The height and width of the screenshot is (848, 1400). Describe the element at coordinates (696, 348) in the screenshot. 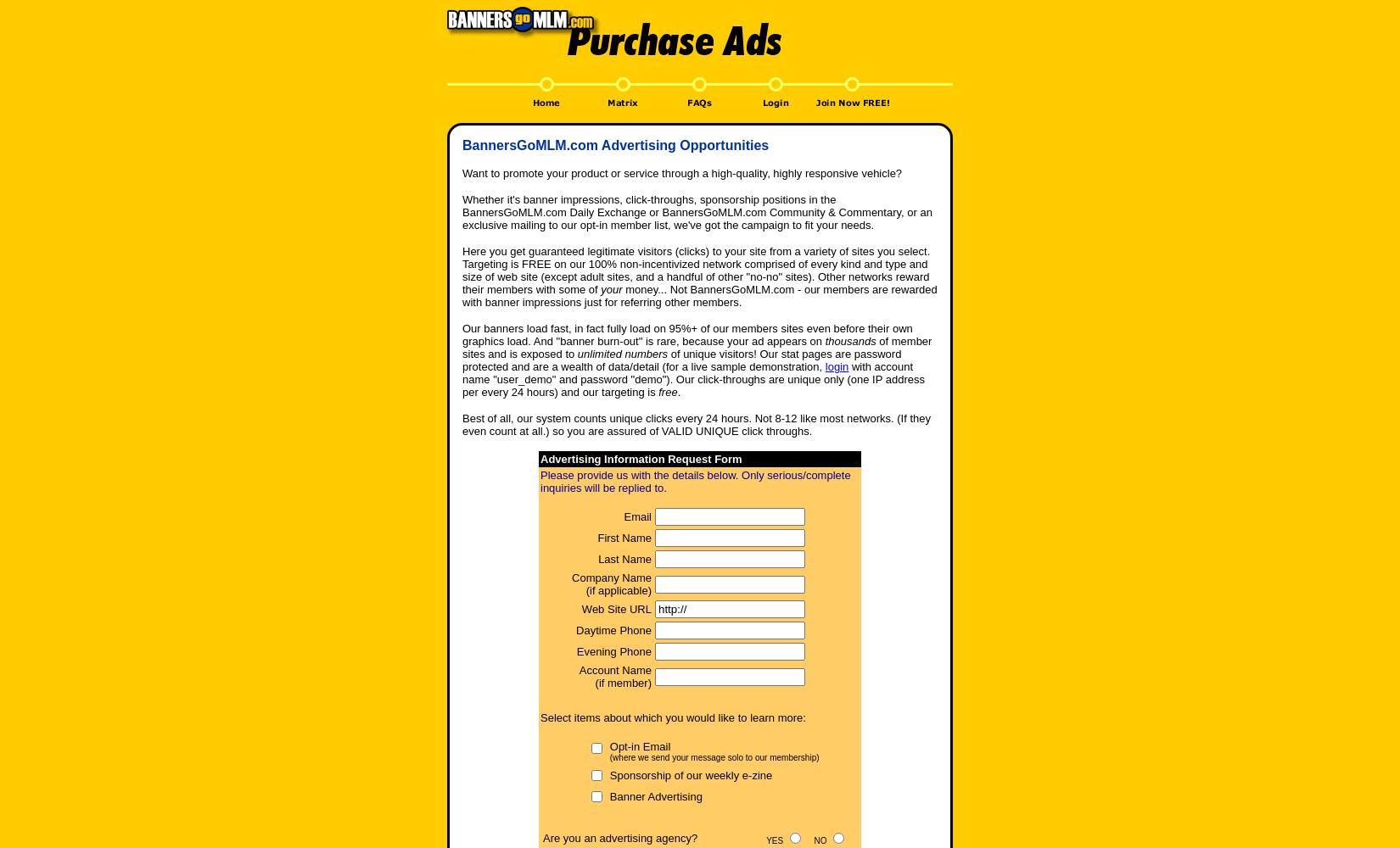

I see `'of member sites and is exposed to'` at that location.